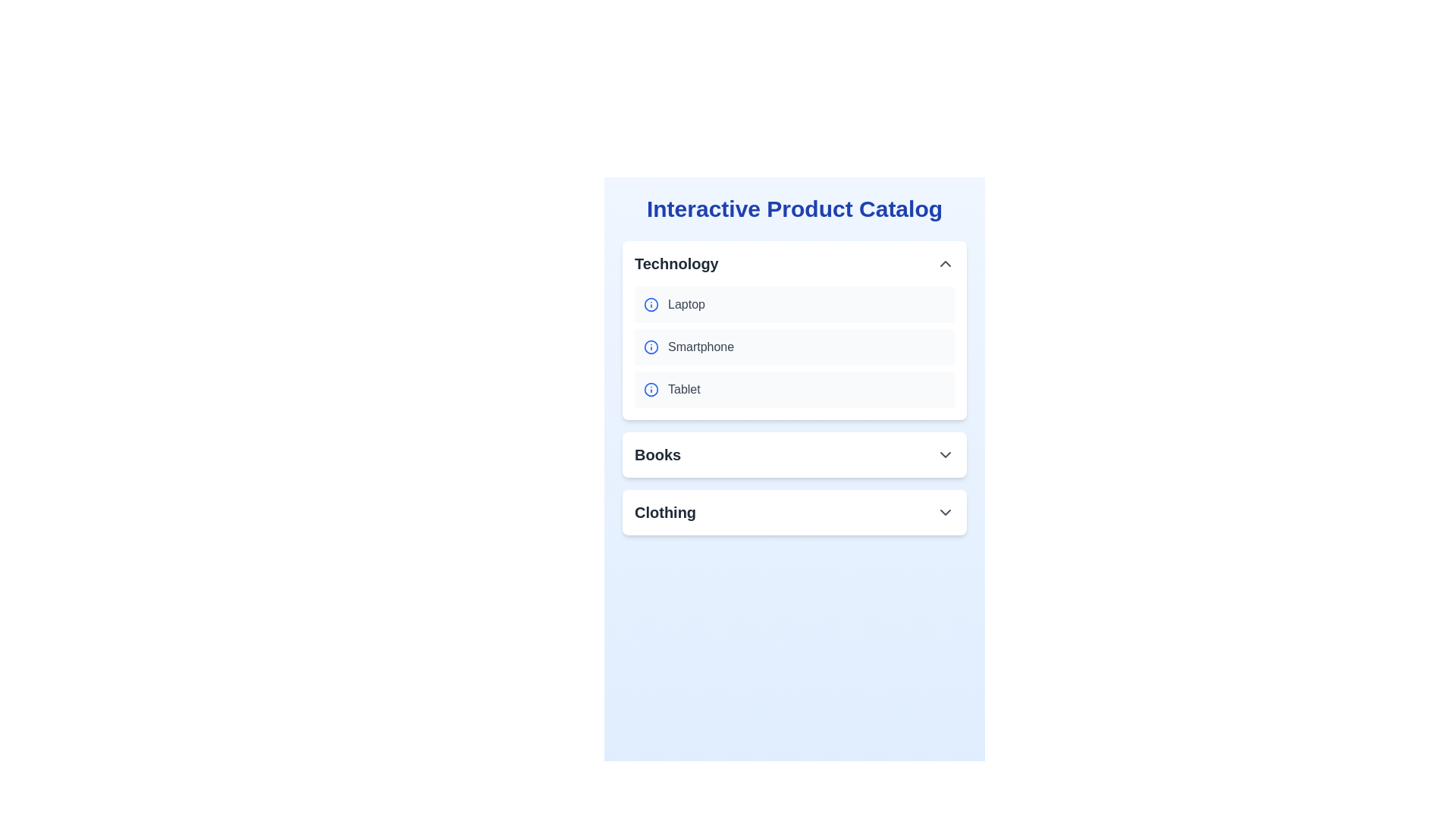 The width and height of the screenshot is (1456, 819). What do you see at coordinates (793, 388) in the screenshot?
I see `the third list item in the 'Technology' section that provides an overview of the Tablet category` at bounding box center [793, 388].